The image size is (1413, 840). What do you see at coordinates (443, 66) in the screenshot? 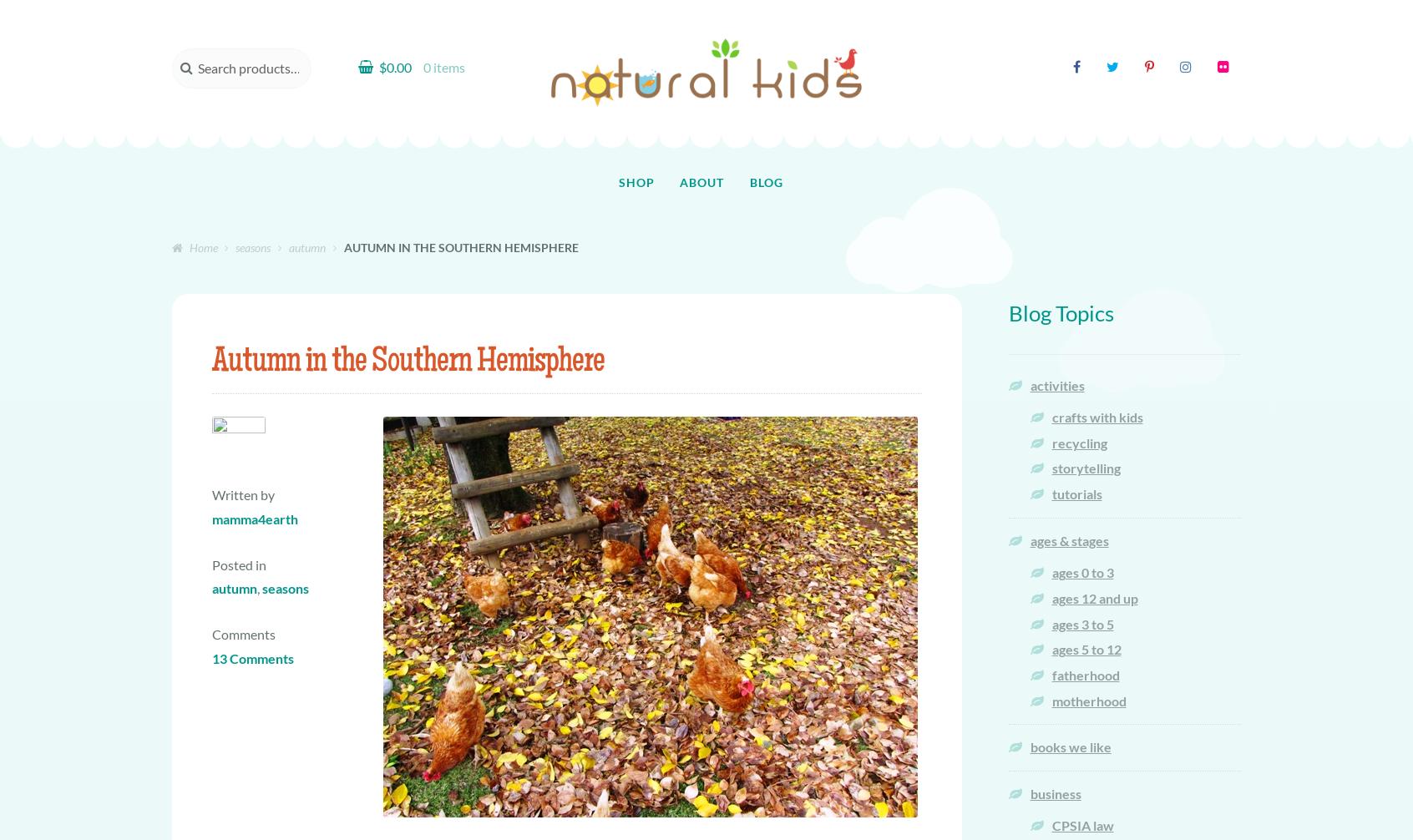
I see `'0 items'` at bounding box center [443, 66].